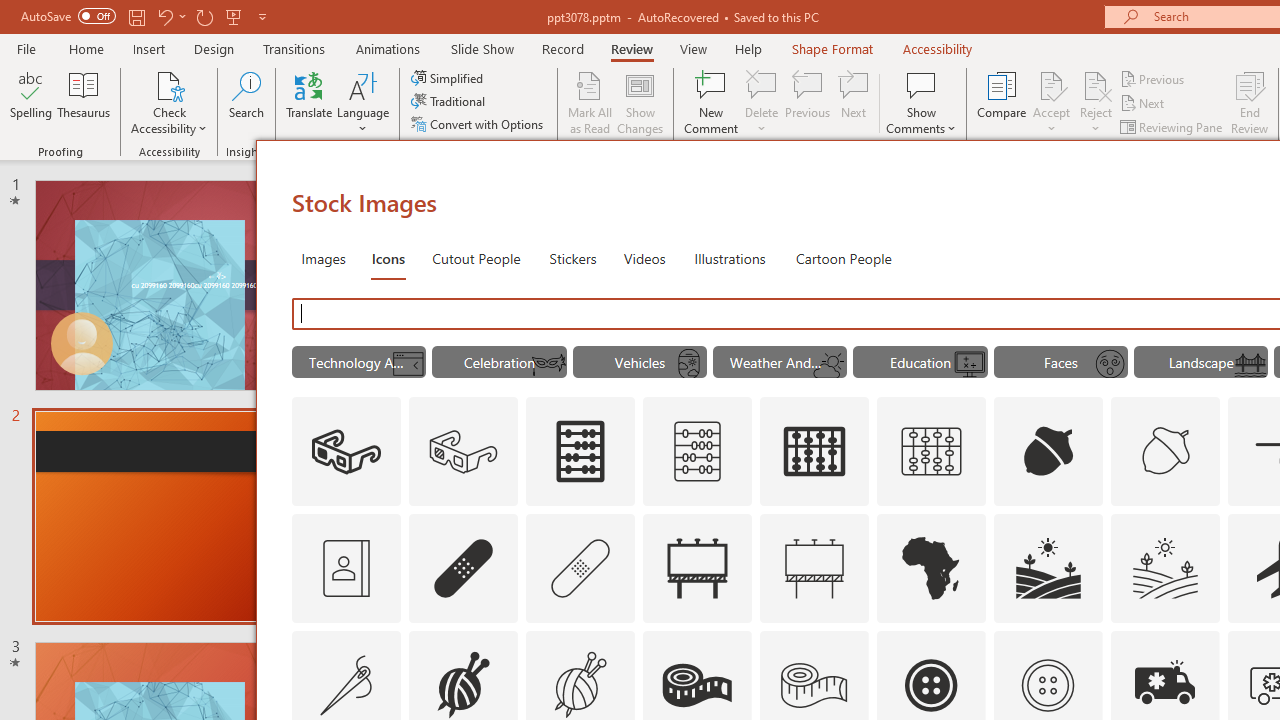 This screenshot has width=1280, height=720. What do you see at coordinates (448, 77) in the screenshot?
I see `'Simplified'` at bounding box center [448, 77].